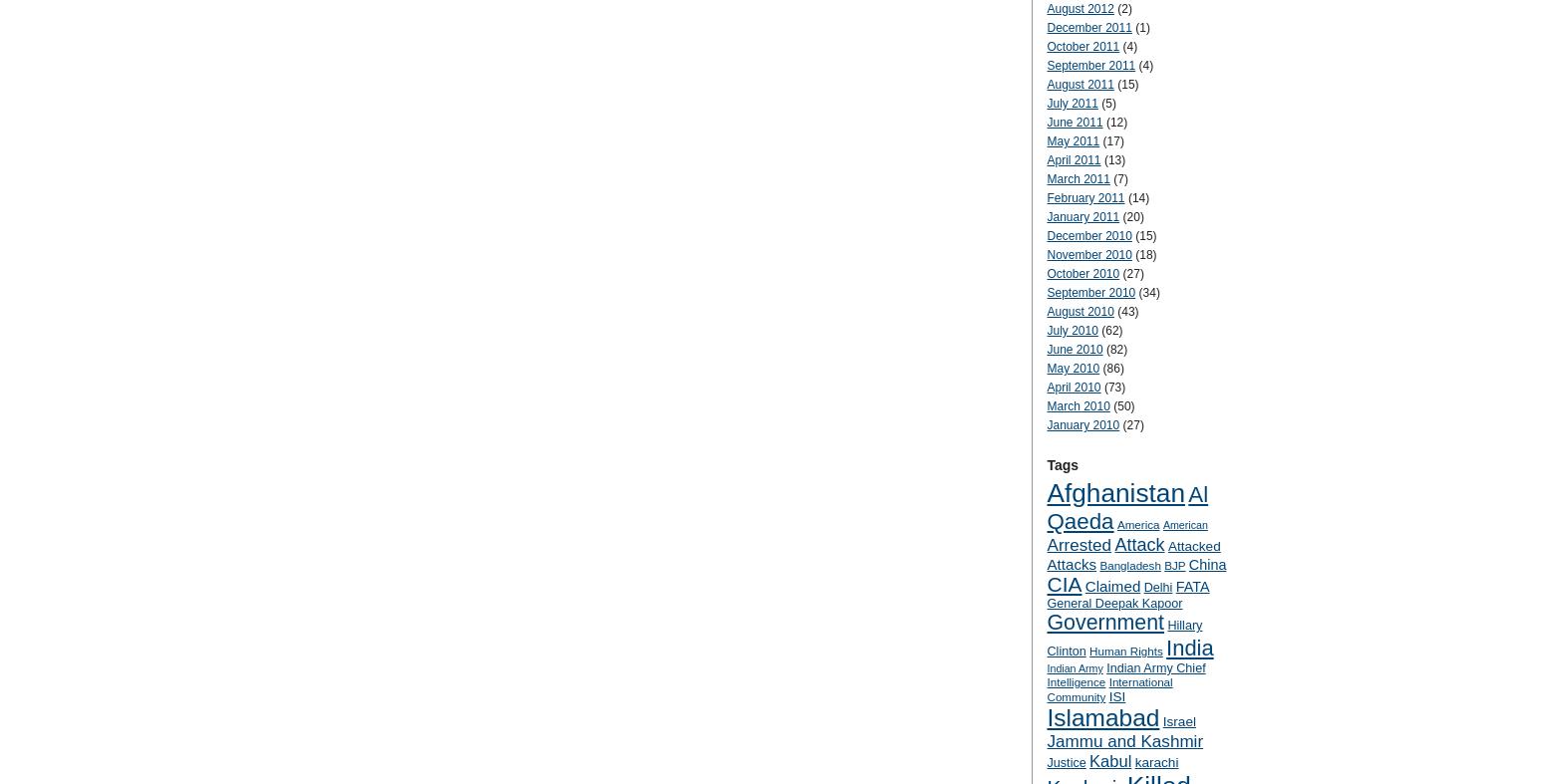  I want to click on '(18)', so click(1142, 255).